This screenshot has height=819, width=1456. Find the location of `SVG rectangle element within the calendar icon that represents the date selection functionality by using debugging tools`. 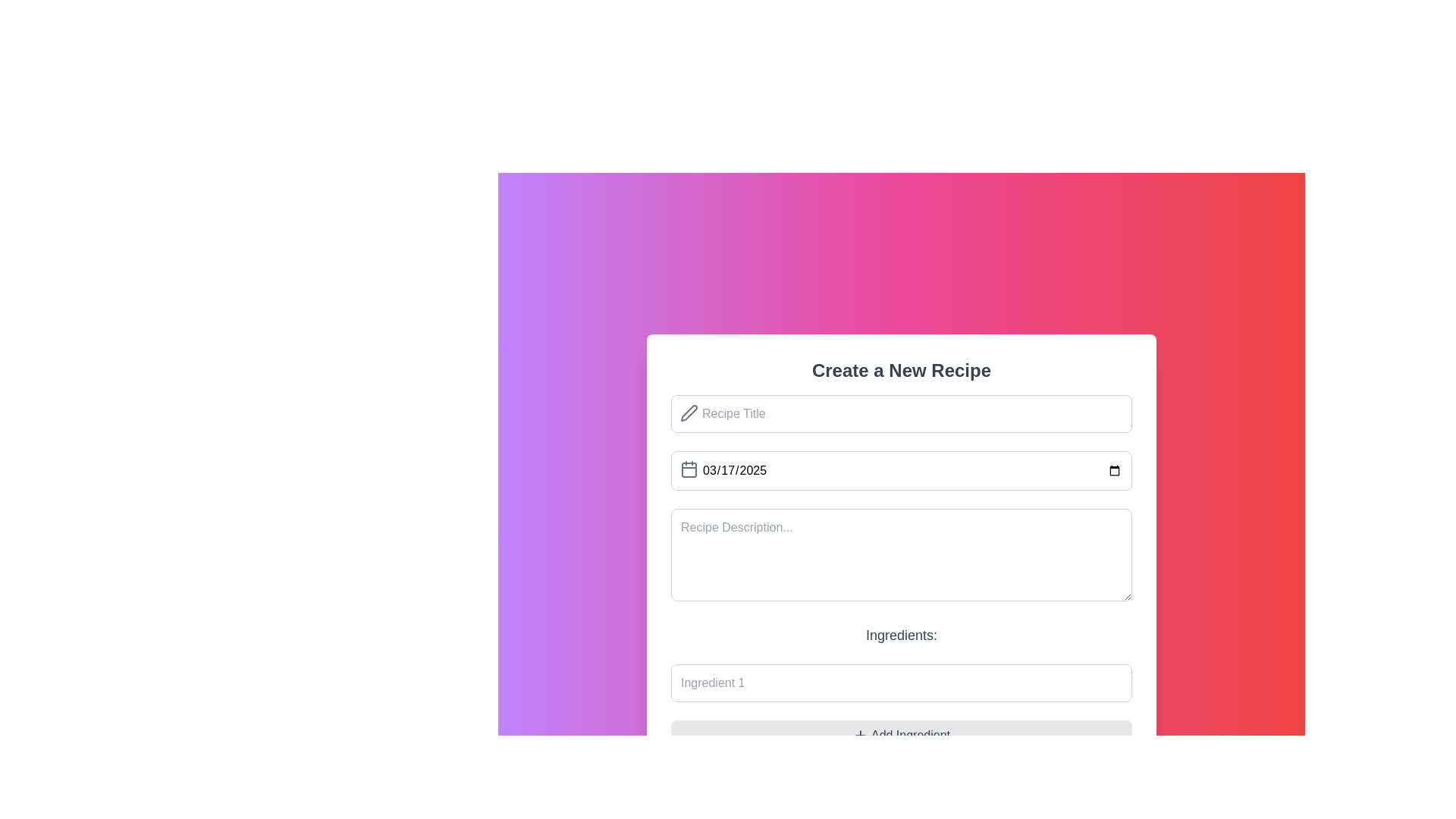

SVG rectangle element within the calendar icon that represents the date selection functionality by using debugging tools is located at coordinates (688, 469).